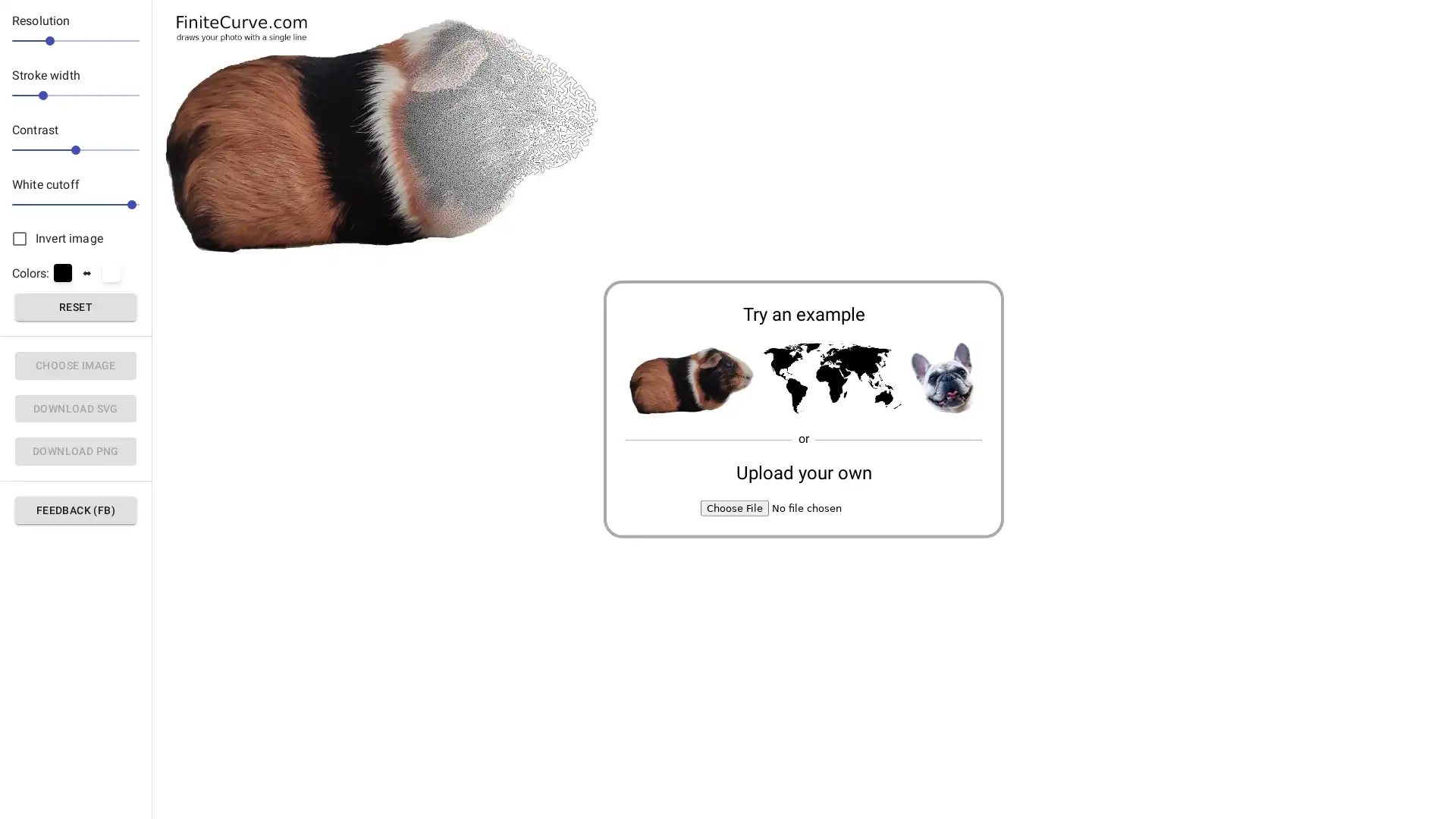 The width and height of the screenshot is (1456, 819). What do you see at coordinates (75, 450) in the screenshot?
I see `DOWNLOAD PNG` at bounding box center [75, 450].